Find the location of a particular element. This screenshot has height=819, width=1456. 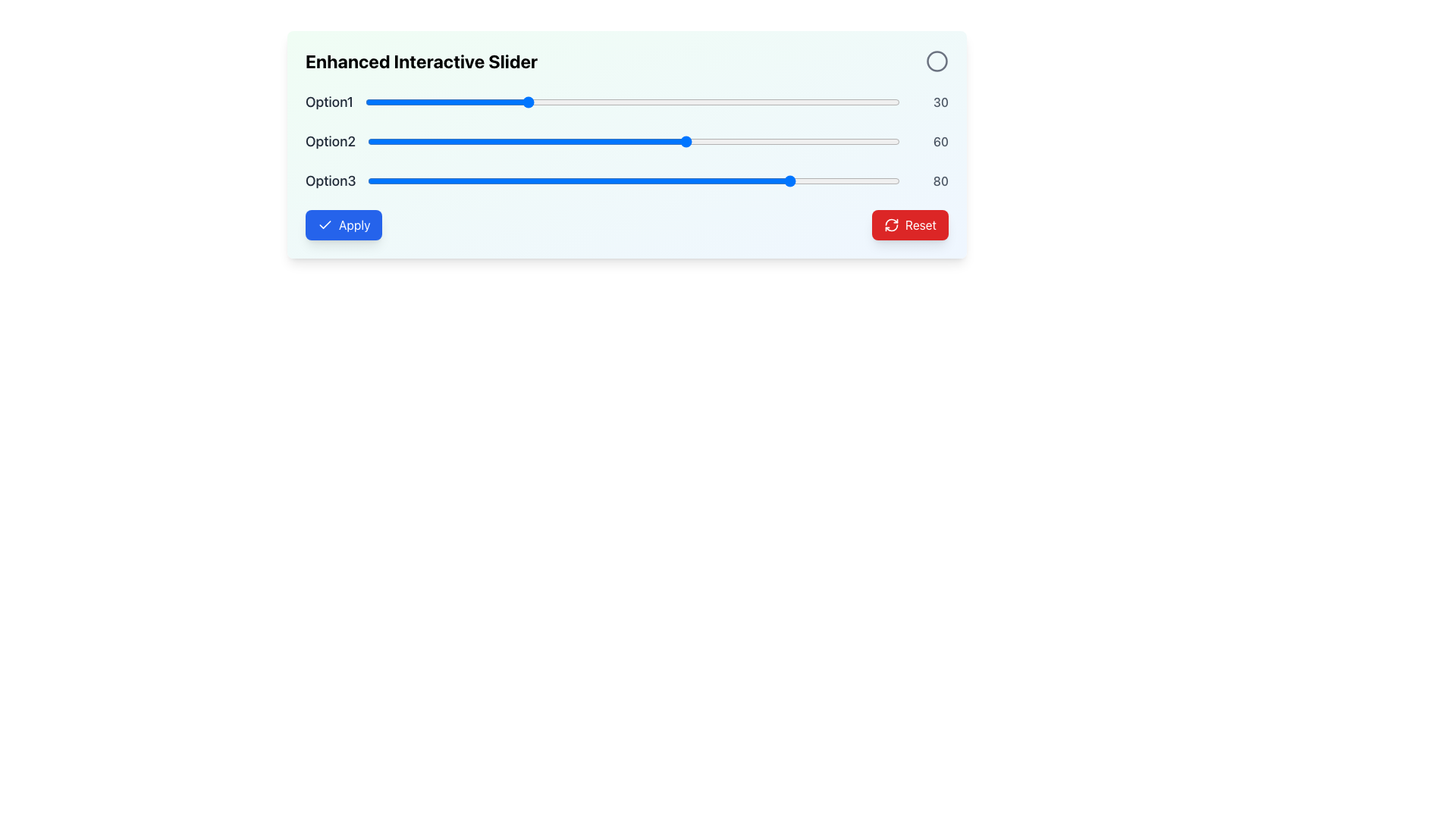

the slider is located at coordinates (434, 102).